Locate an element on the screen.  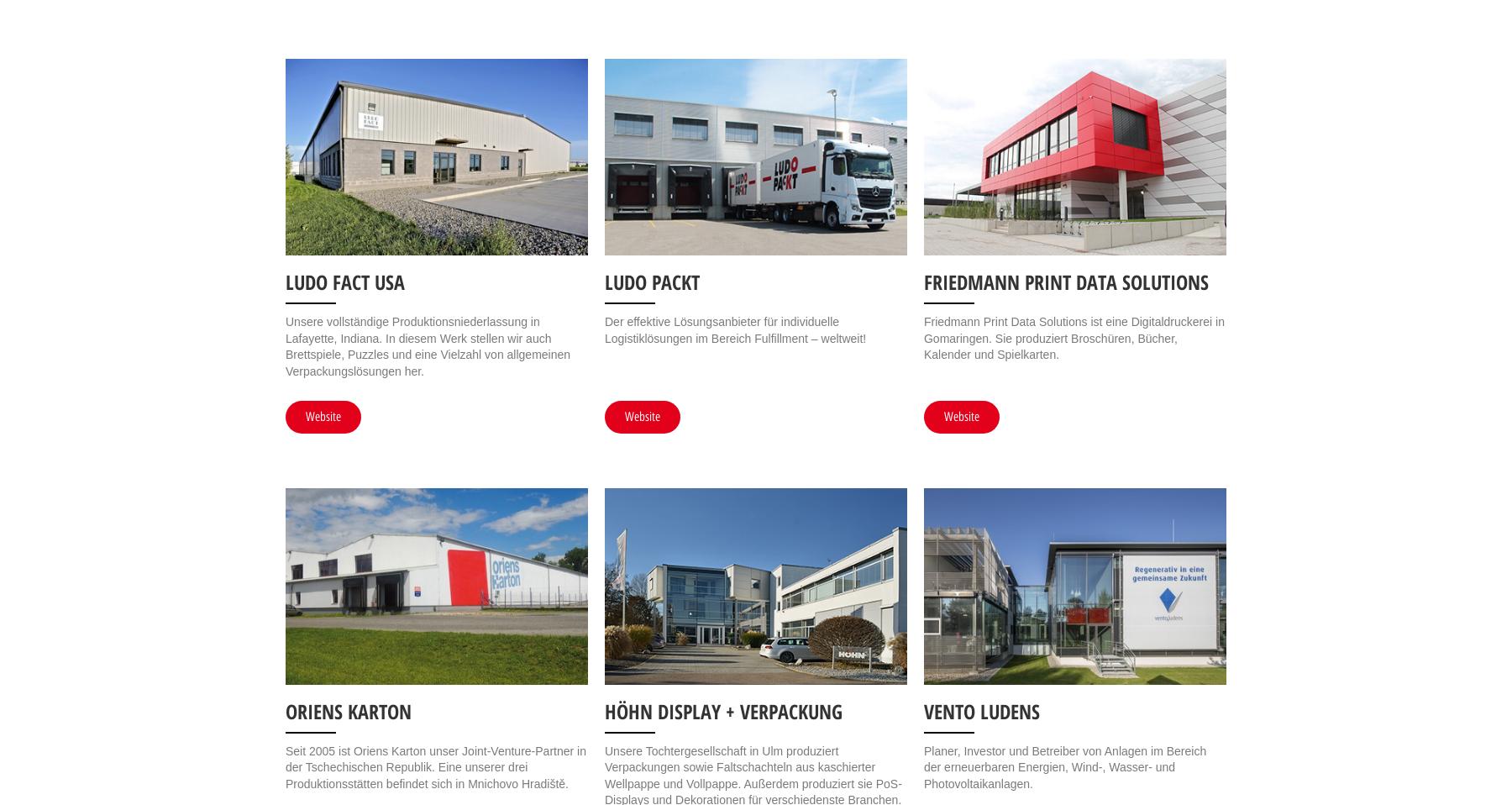
'LUDO FACT USA' is located at coordinates (286, 280).